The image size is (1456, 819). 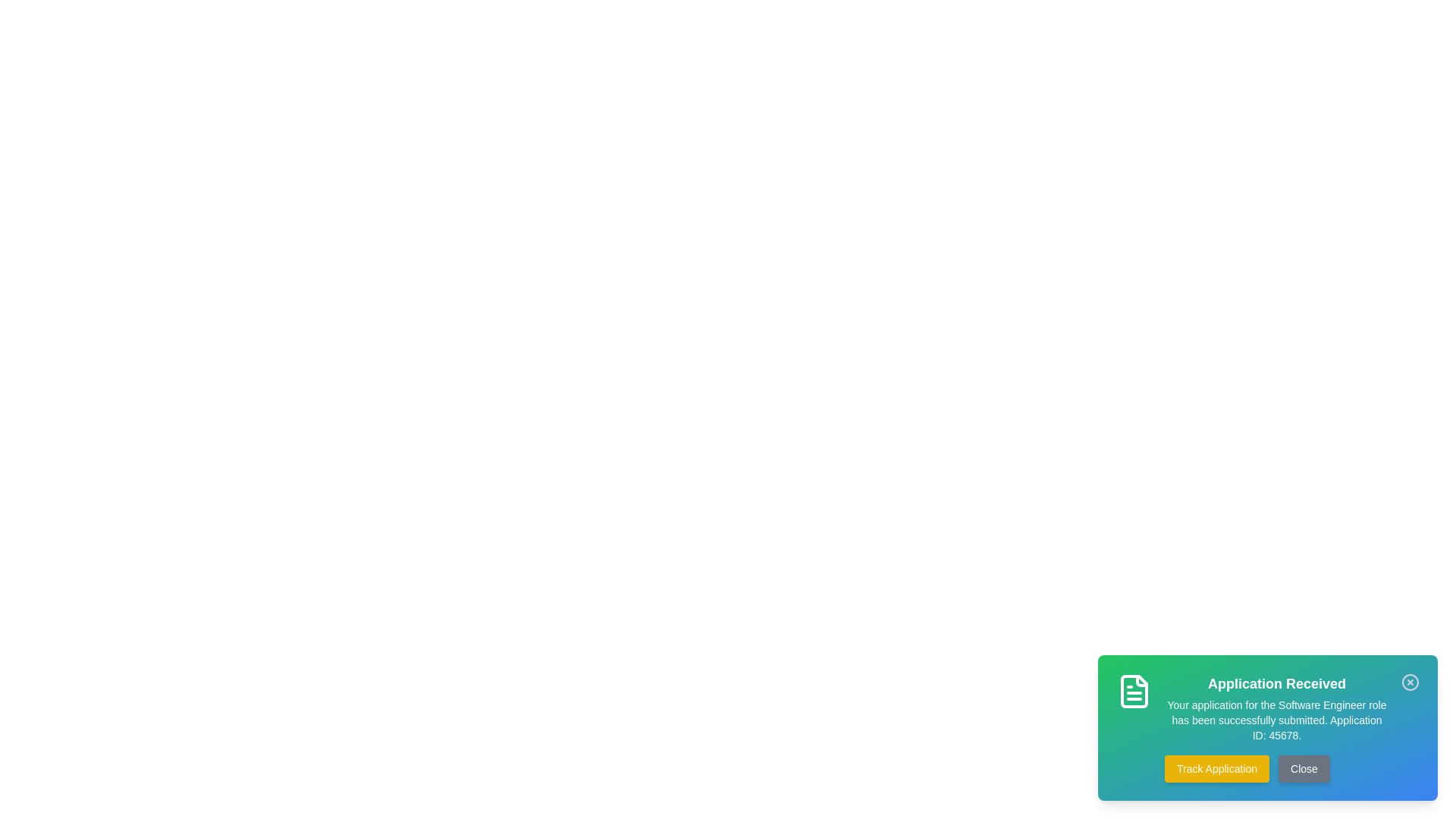 What do you see at coordinates (1217, 769) in the screenshot?
I see `the button labeled Track Application to see its hover effect` at bounding box center [1217, 769].